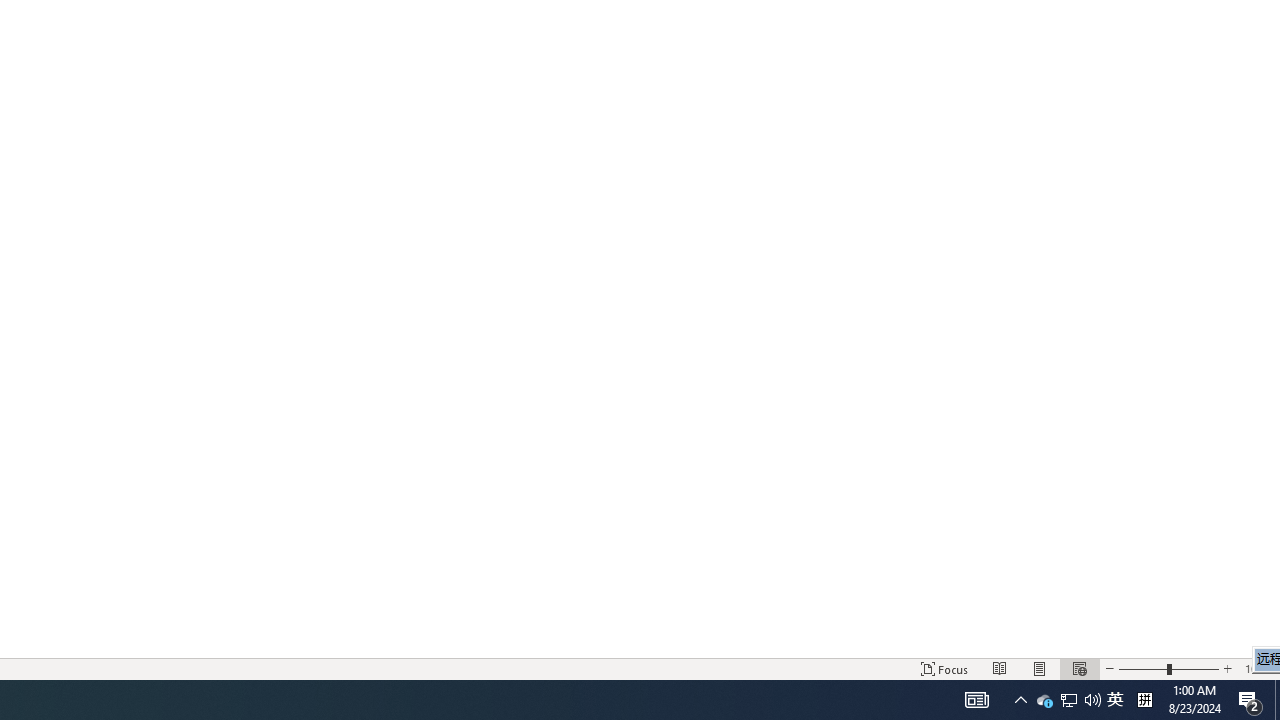  I want to click on 'Tray Input Indicator - Chinese (Simplified, China)', so click(1144, 698).